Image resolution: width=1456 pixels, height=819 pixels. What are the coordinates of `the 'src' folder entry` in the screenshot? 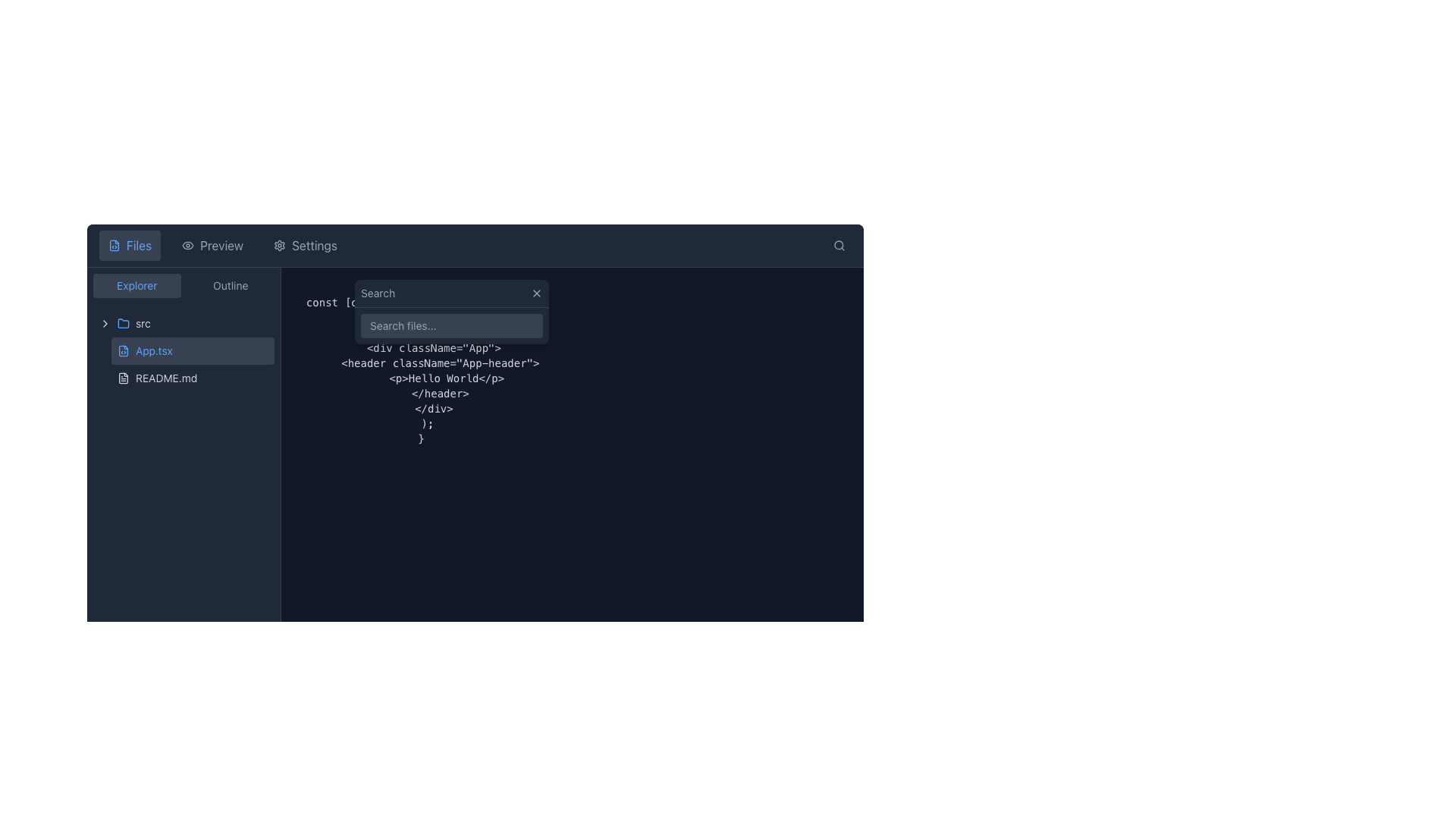 It's located at (183, 323).